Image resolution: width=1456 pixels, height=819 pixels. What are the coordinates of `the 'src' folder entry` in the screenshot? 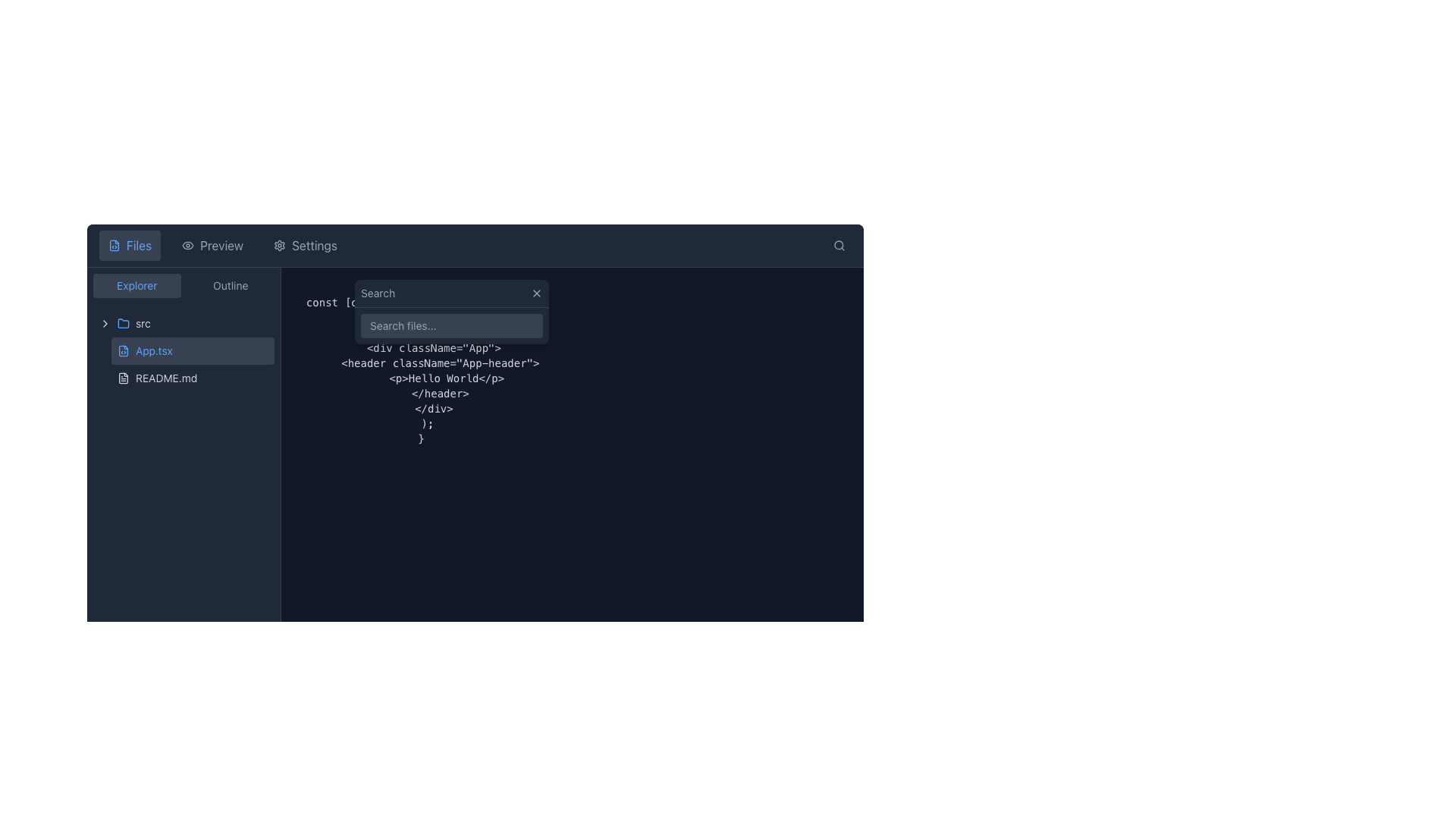 It's located at (183, 323).